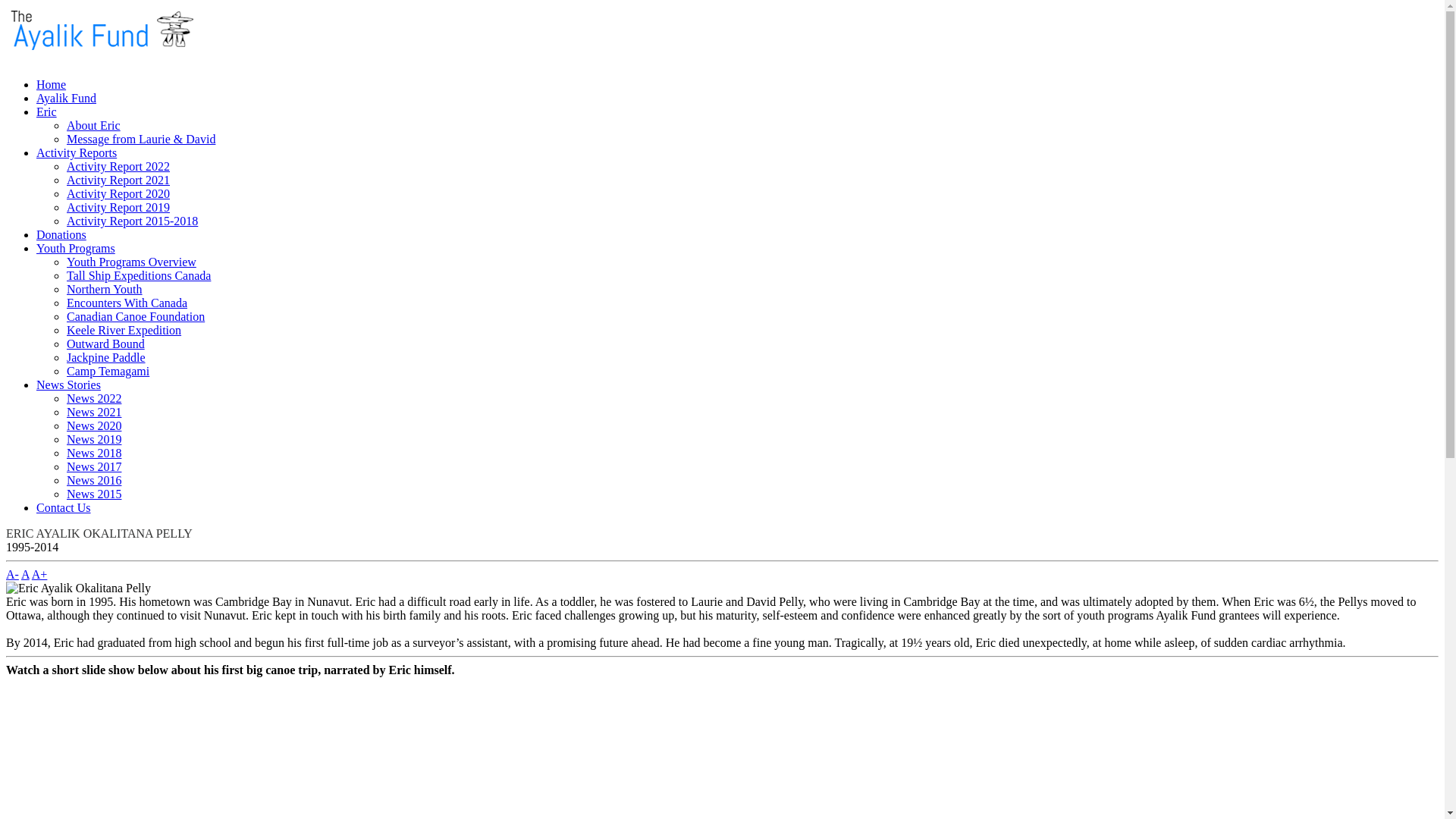 Image resolution: width=1456 pixels, height=819 pixels. I want to click on 'Activity Report 2020', so click(118, 193).